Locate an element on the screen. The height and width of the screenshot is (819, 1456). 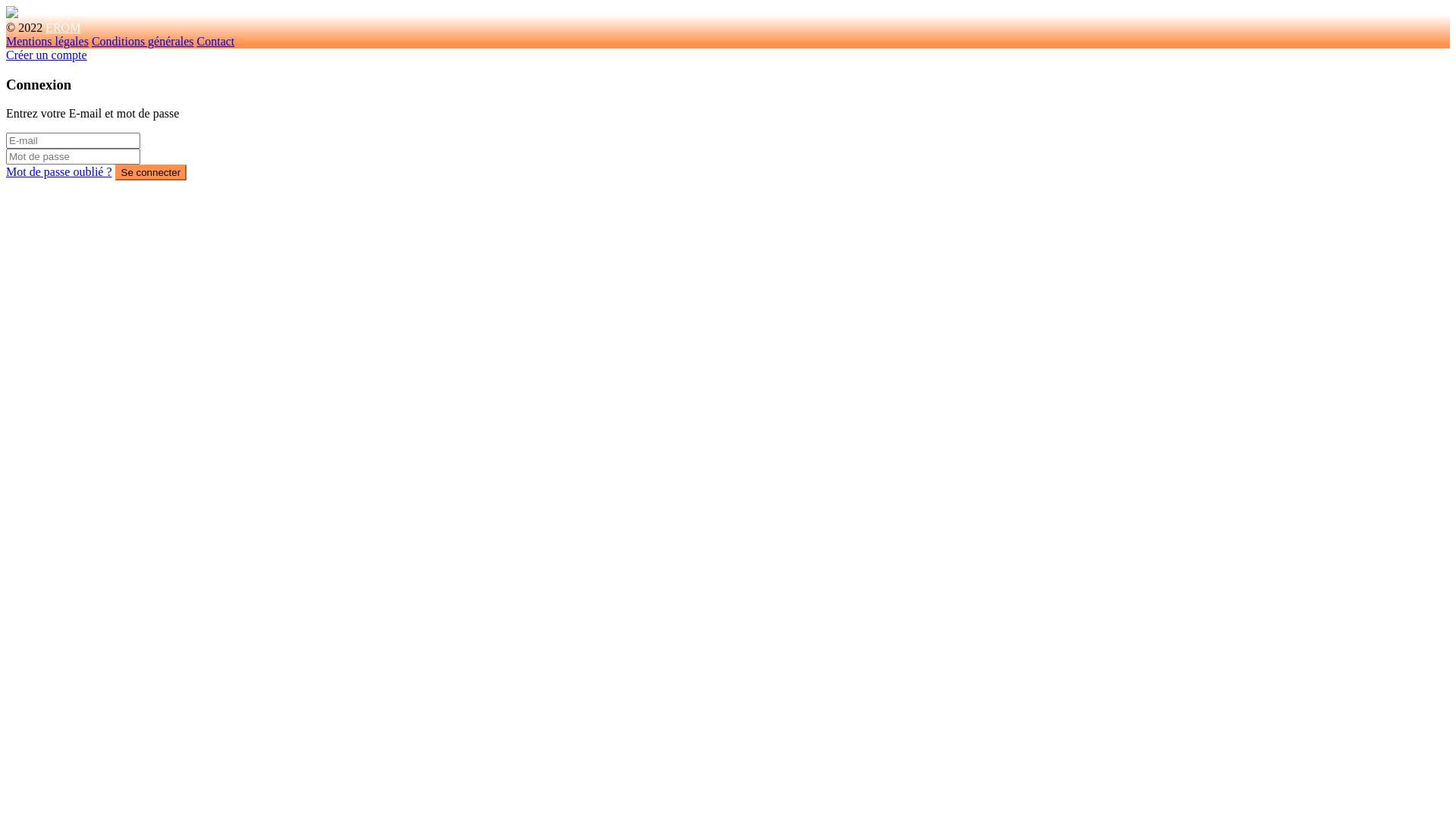
'Se connecter' is located at coordinates (151, 171).